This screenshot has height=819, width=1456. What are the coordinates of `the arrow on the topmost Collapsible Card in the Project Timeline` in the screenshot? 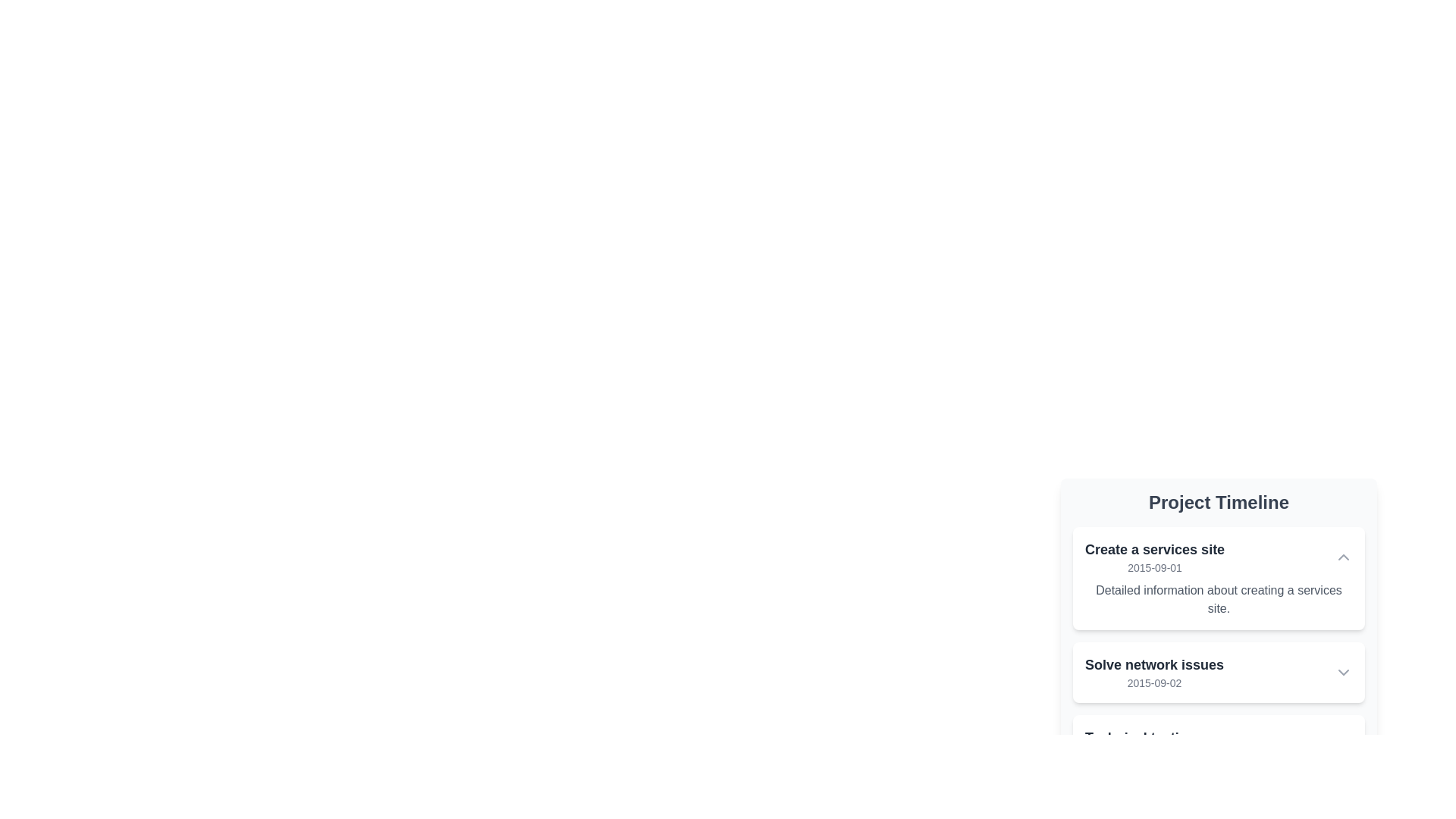 It's located at (1219, 579).